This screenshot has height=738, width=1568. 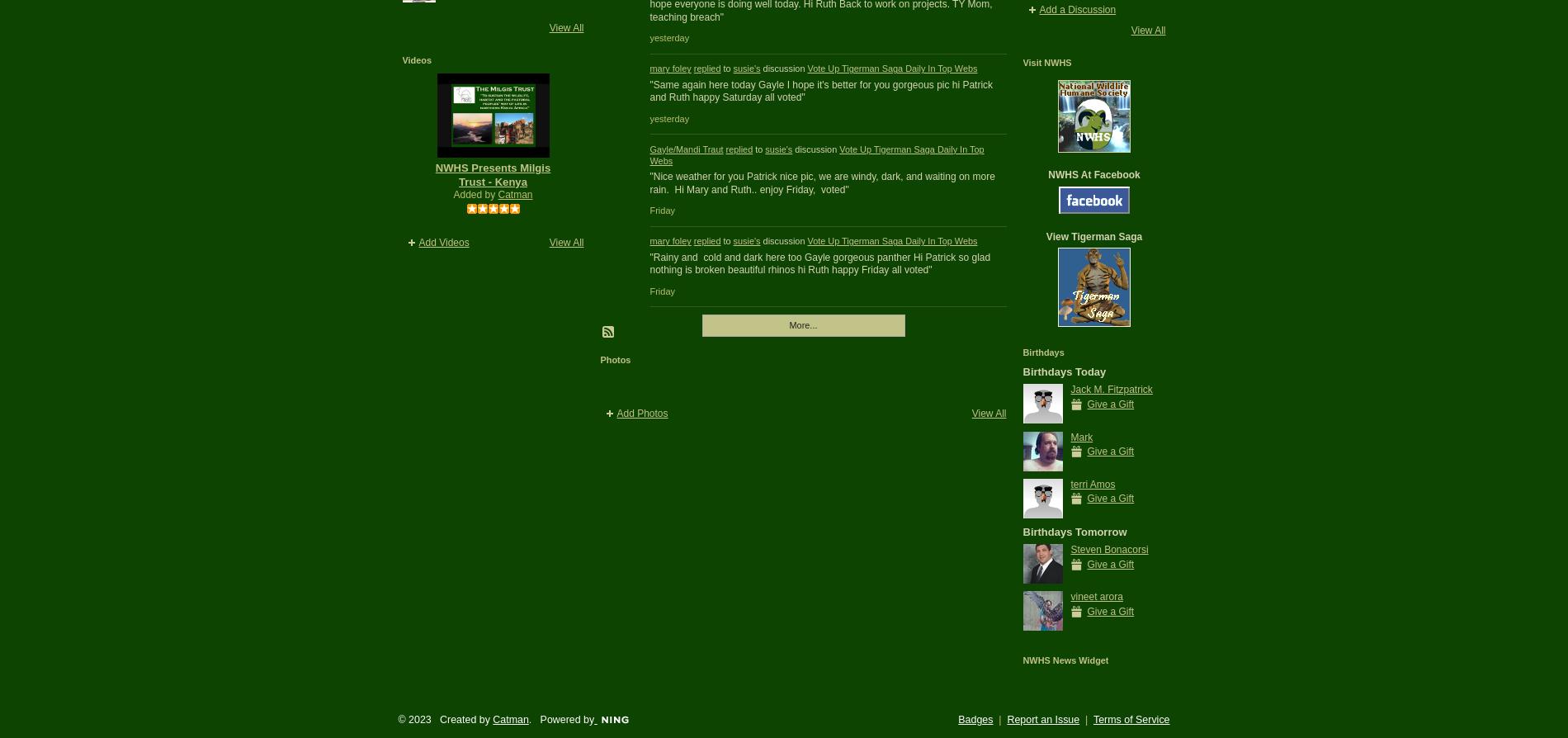 I want to click on 'Jack M. Fitzpatrick', so click(x=1110, y=390).